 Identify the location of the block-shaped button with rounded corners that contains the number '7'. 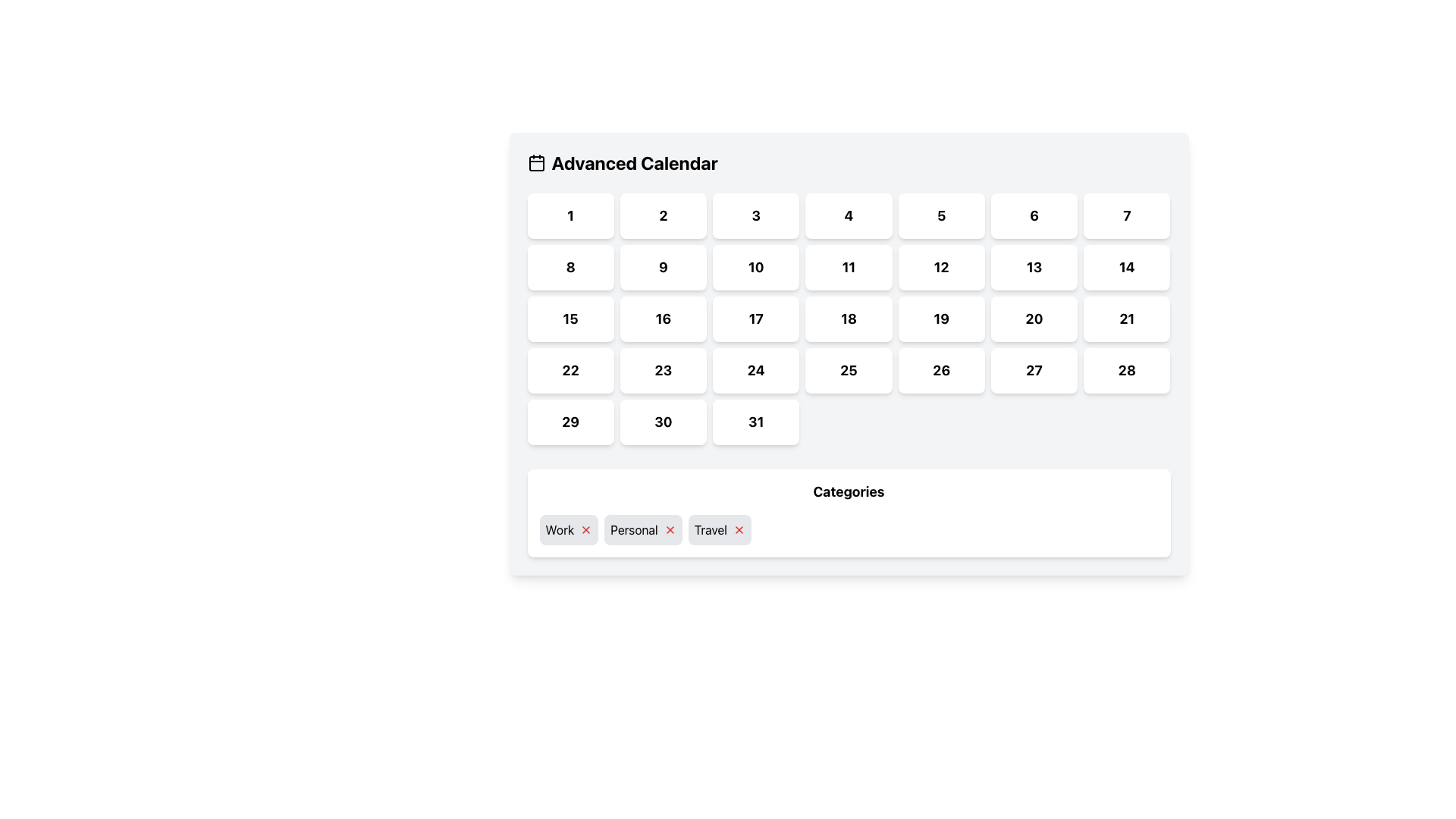
(1127, 216).